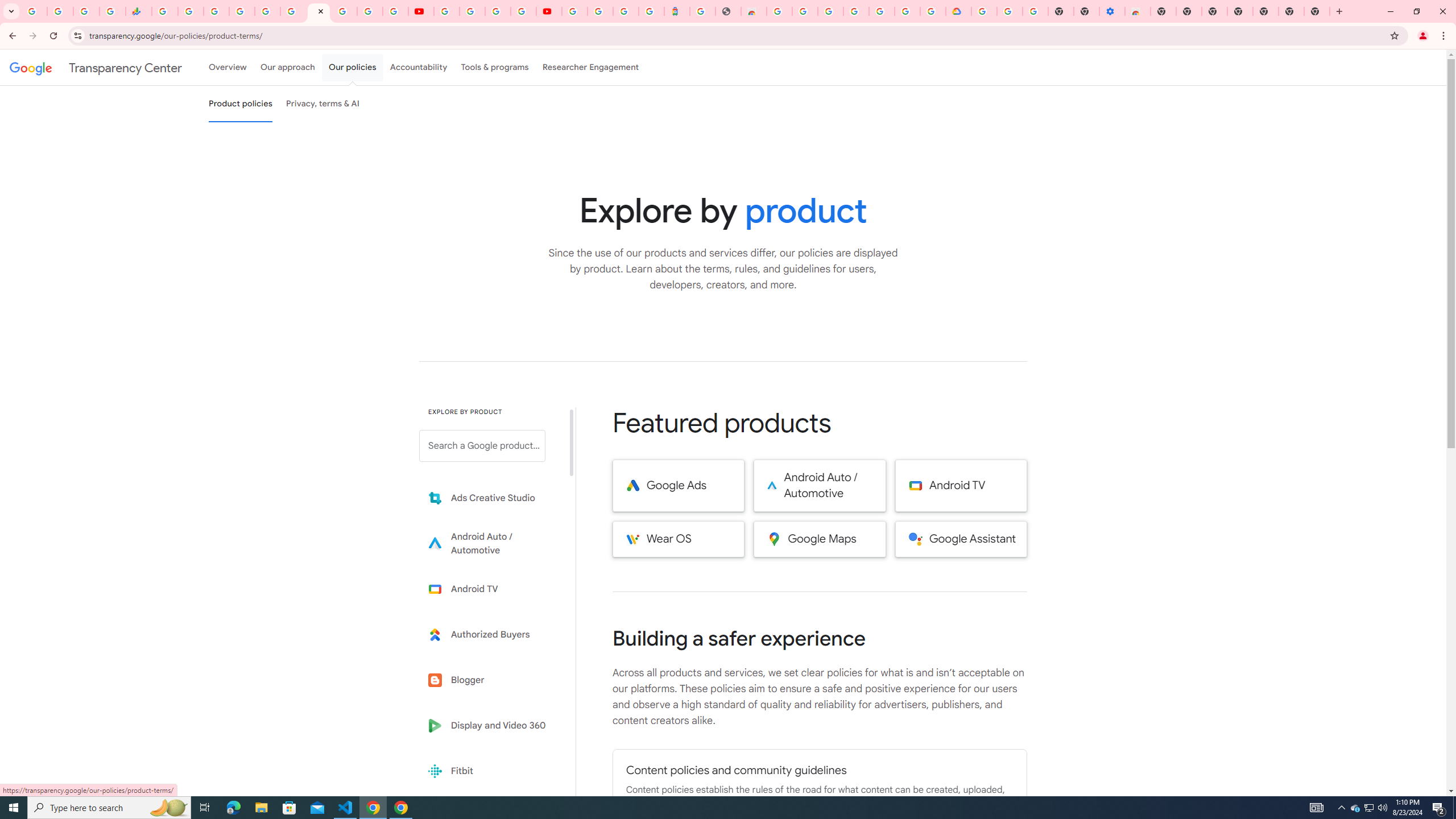  I want to click on 'Chrome Web Store - Accessibility extensions', so click(1137, 11).